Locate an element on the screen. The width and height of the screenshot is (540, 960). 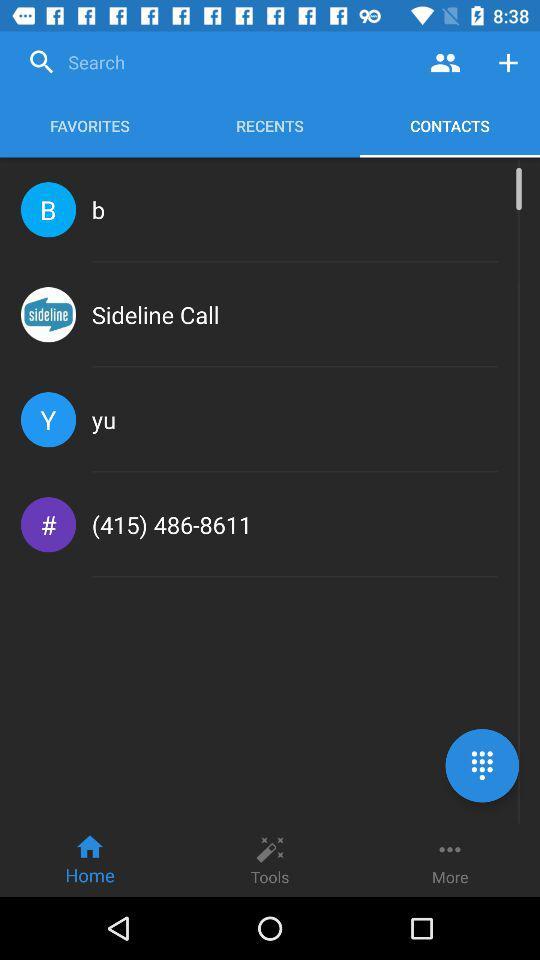
contact is located at coordinates (508, 62).